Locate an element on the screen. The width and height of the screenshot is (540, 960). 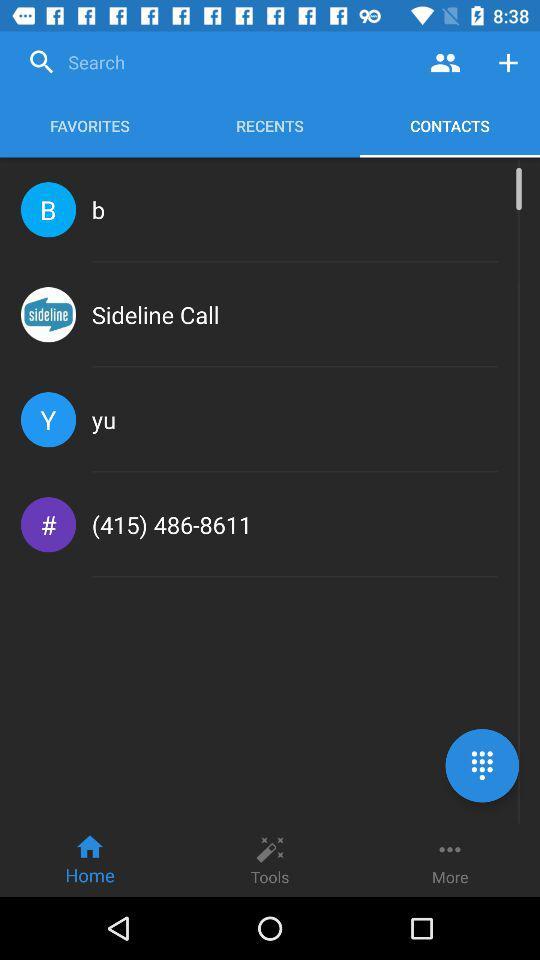
contact is located at coordinates (508, 62).